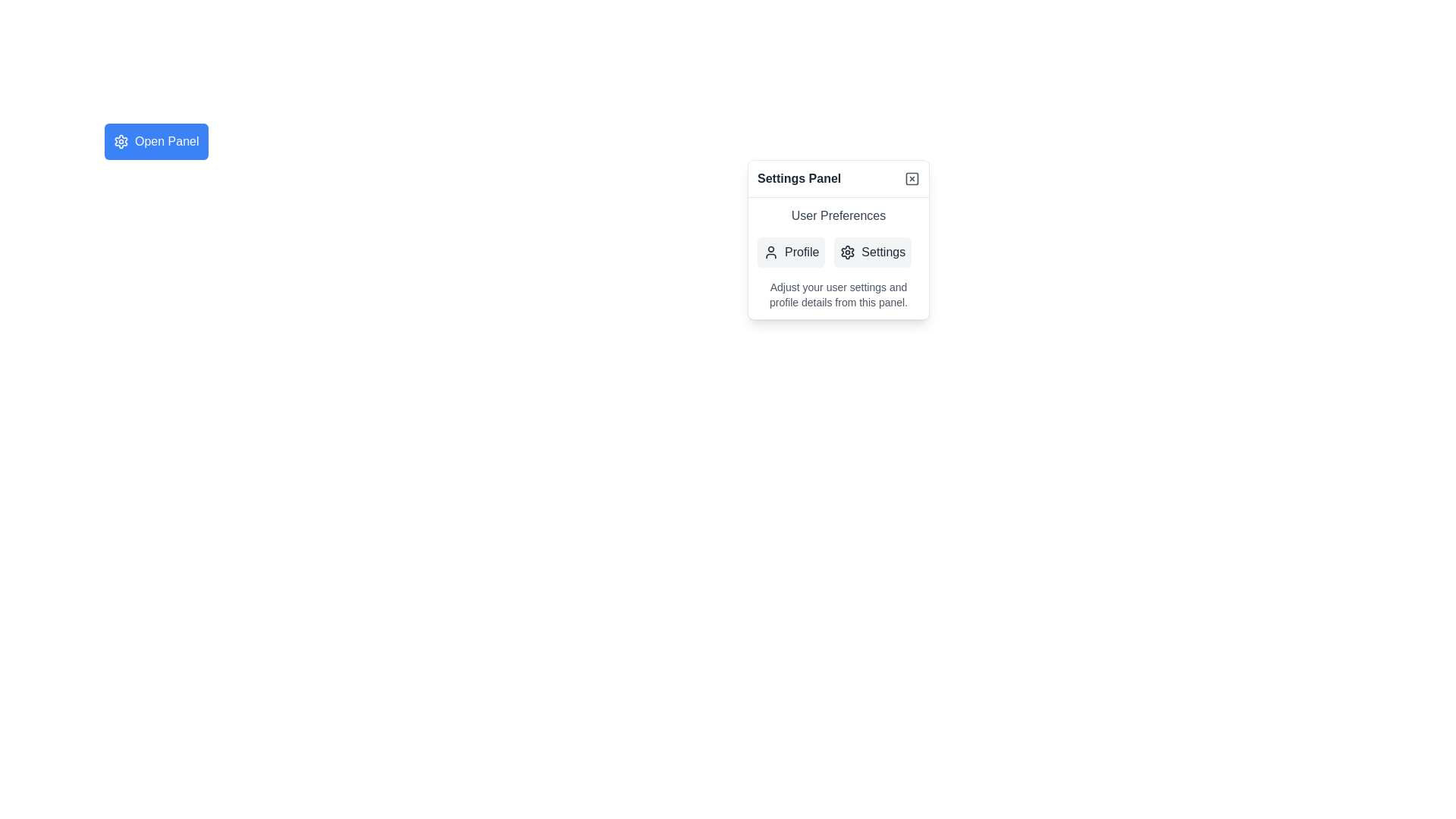  I want to click on the gear-shaped settings icon located to the left of the 'Open Panel' button, so click(120, 141).